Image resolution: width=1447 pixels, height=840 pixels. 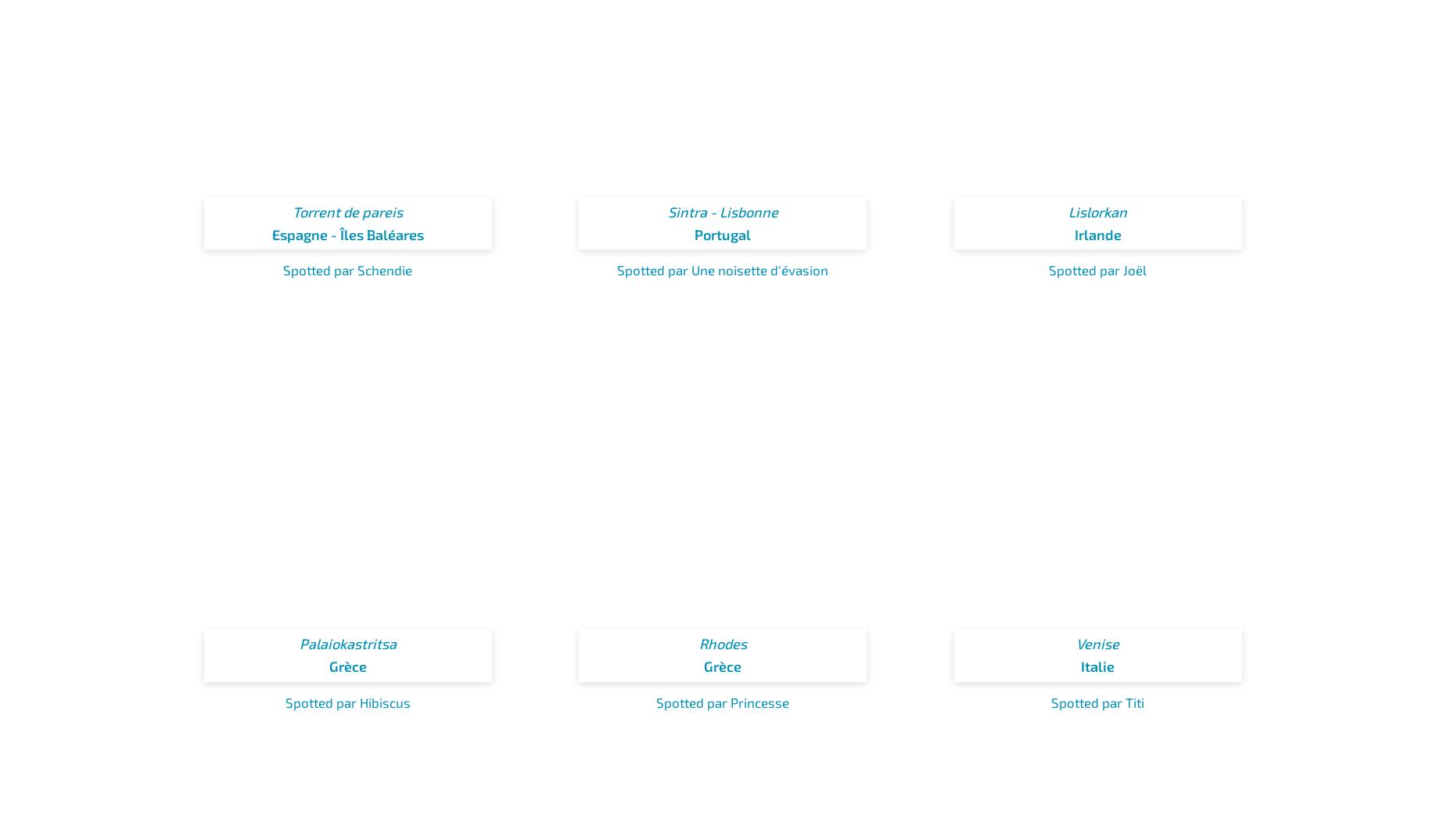 What do you see at coordinates (723, 234) in the screenshot?
I see `'Portugal'` at bounding box center [723, 234].